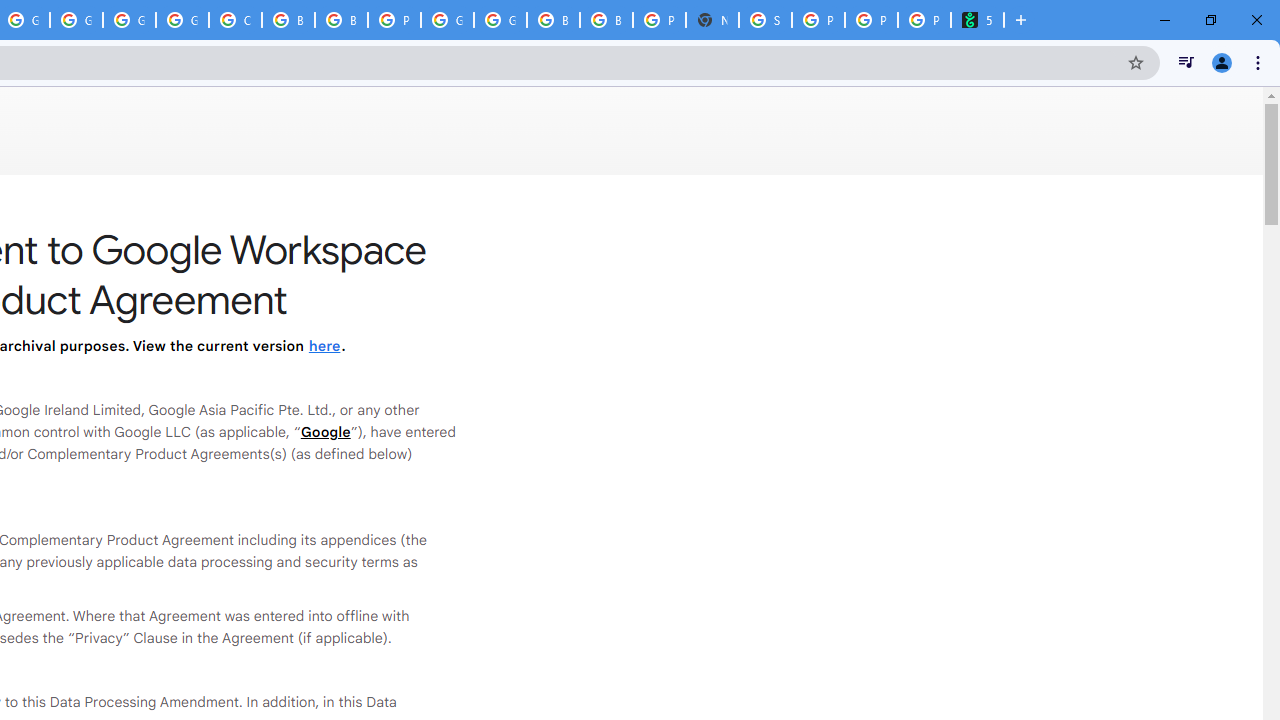 The image size is (1280, 720). I want to click on 'Google Cloud Platform', so click(500, 20).